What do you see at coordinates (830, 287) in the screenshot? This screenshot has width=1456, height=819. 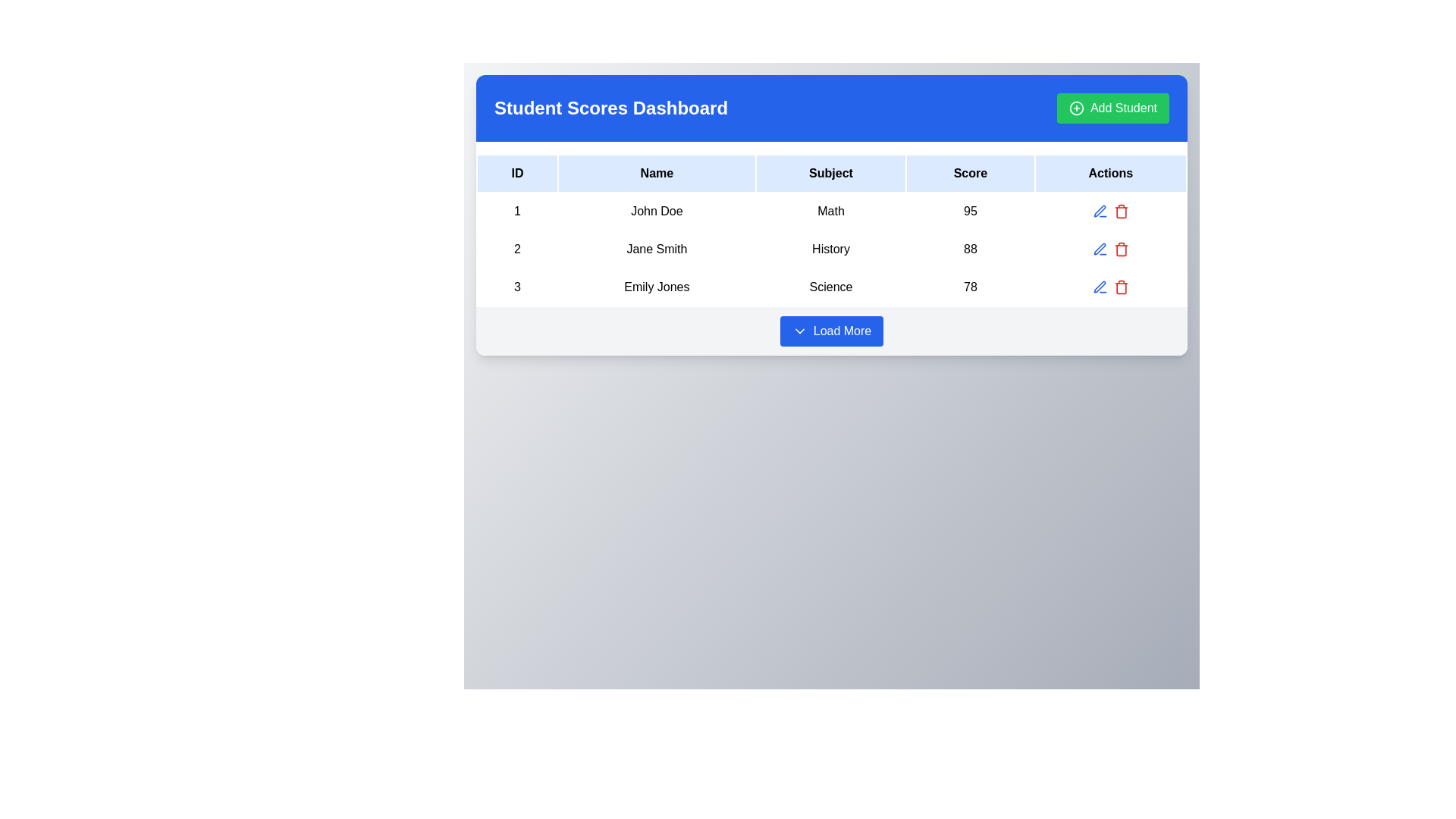 I see `the table cell containing the text 'Science' in the 'Subject' column for the row associated with 'Emily Jones'` at bounding box center [830, 287].